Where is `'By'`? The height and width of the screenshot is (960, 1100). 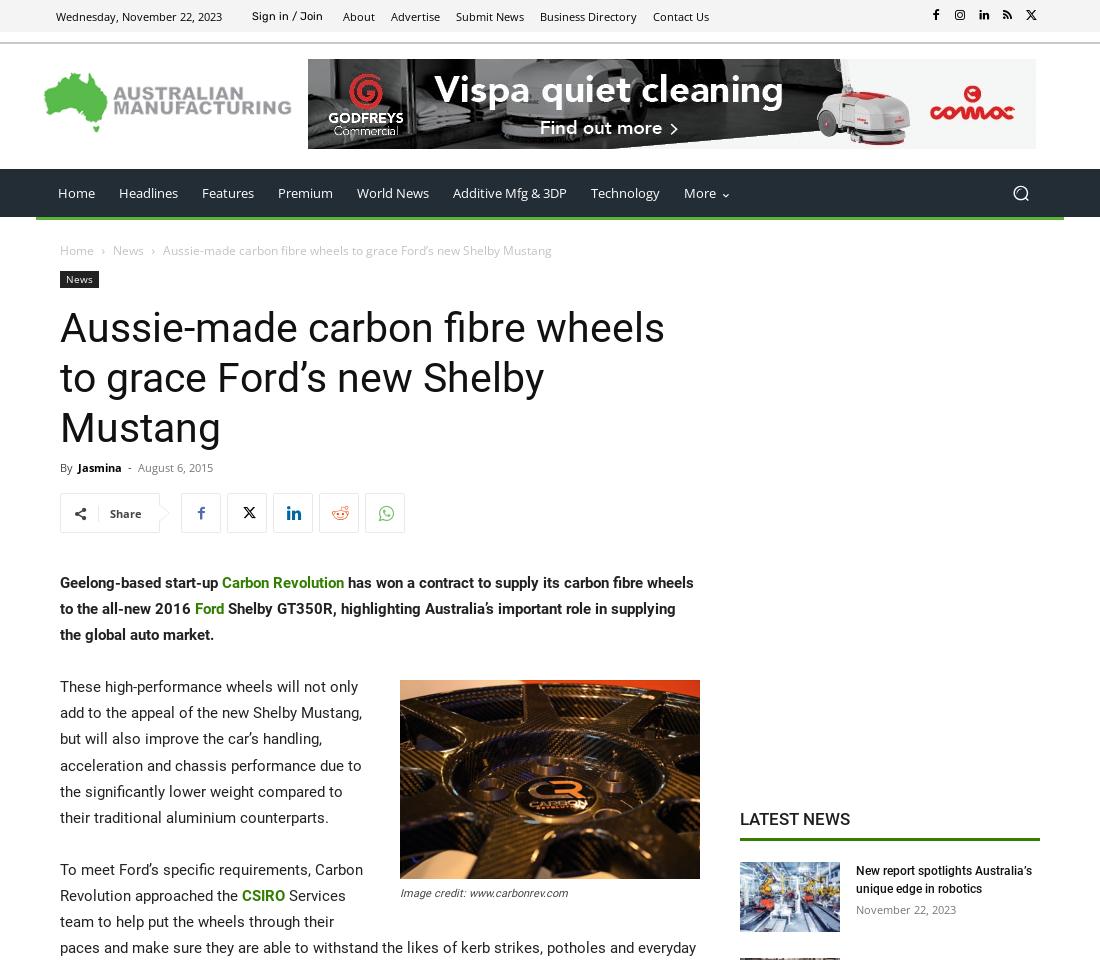
'By' is located at coordinates (65, 467).